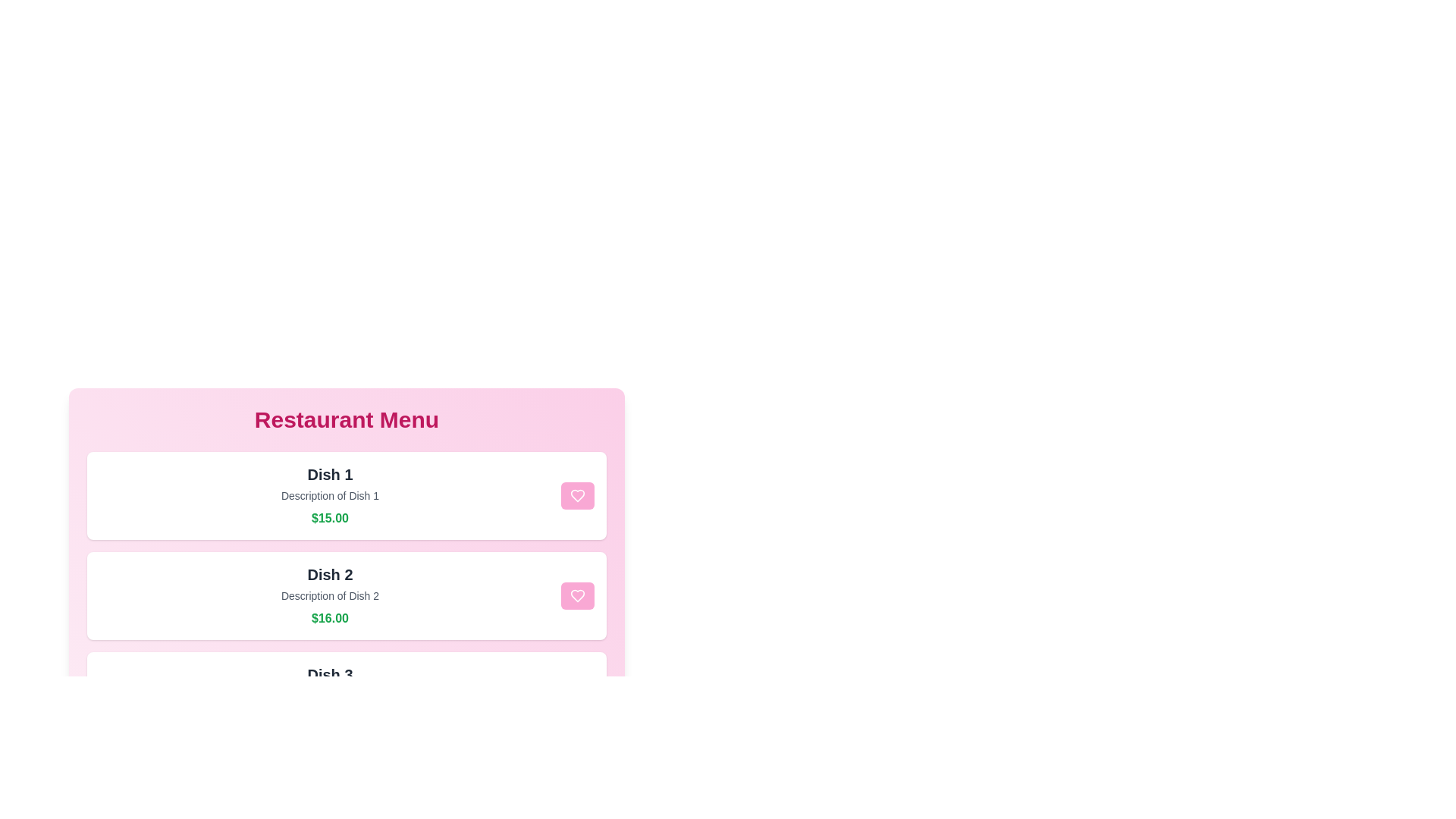  What do you see at coordinates (346, 595) in the screenshot?
I see `the second card in the restaurant menu interface to interact with options inside the element` at bounding box center [346, 595].